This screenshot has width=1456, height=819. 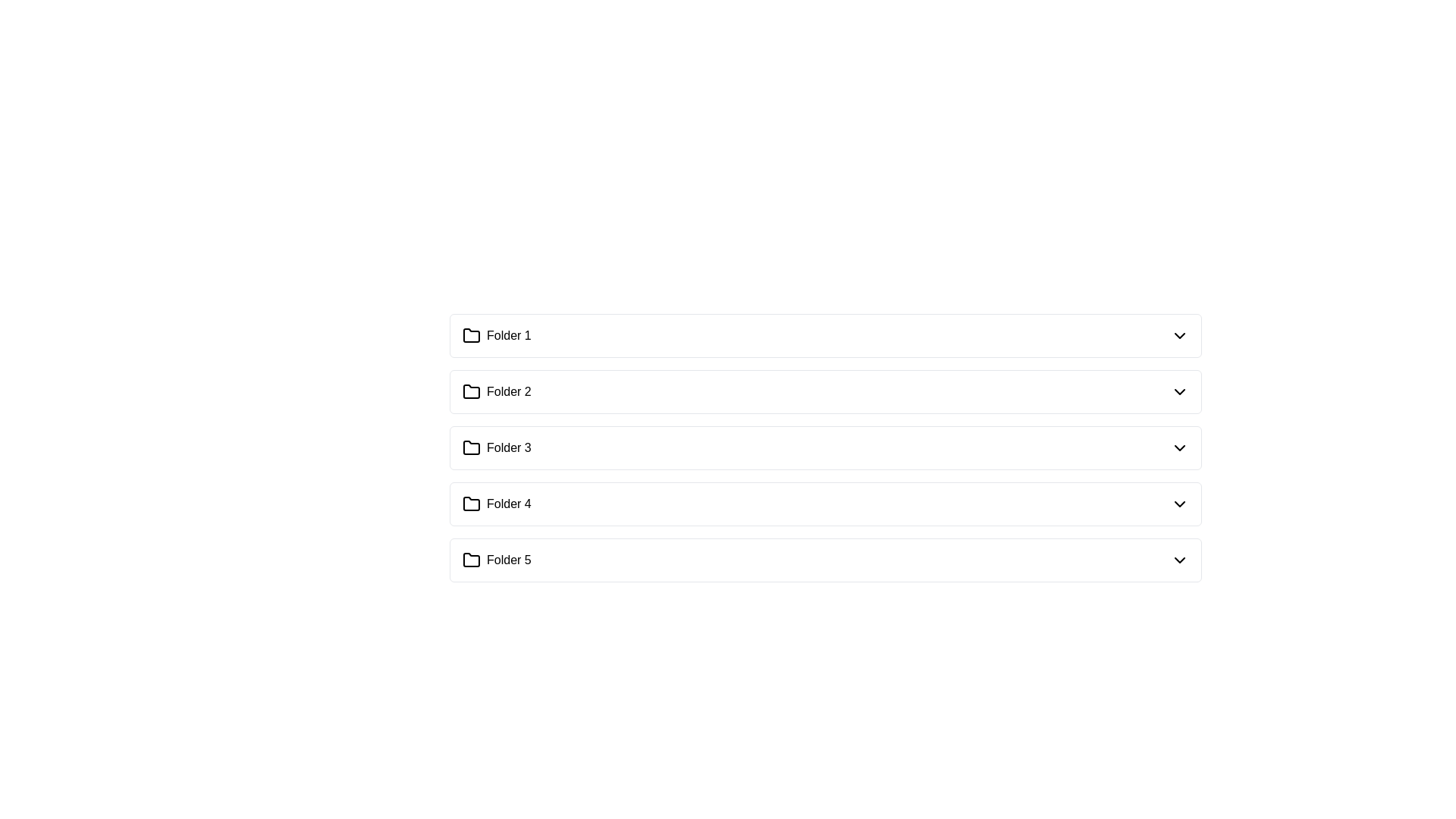 I want to click on the fourth folder item in the list, so click(x=825, y=504).